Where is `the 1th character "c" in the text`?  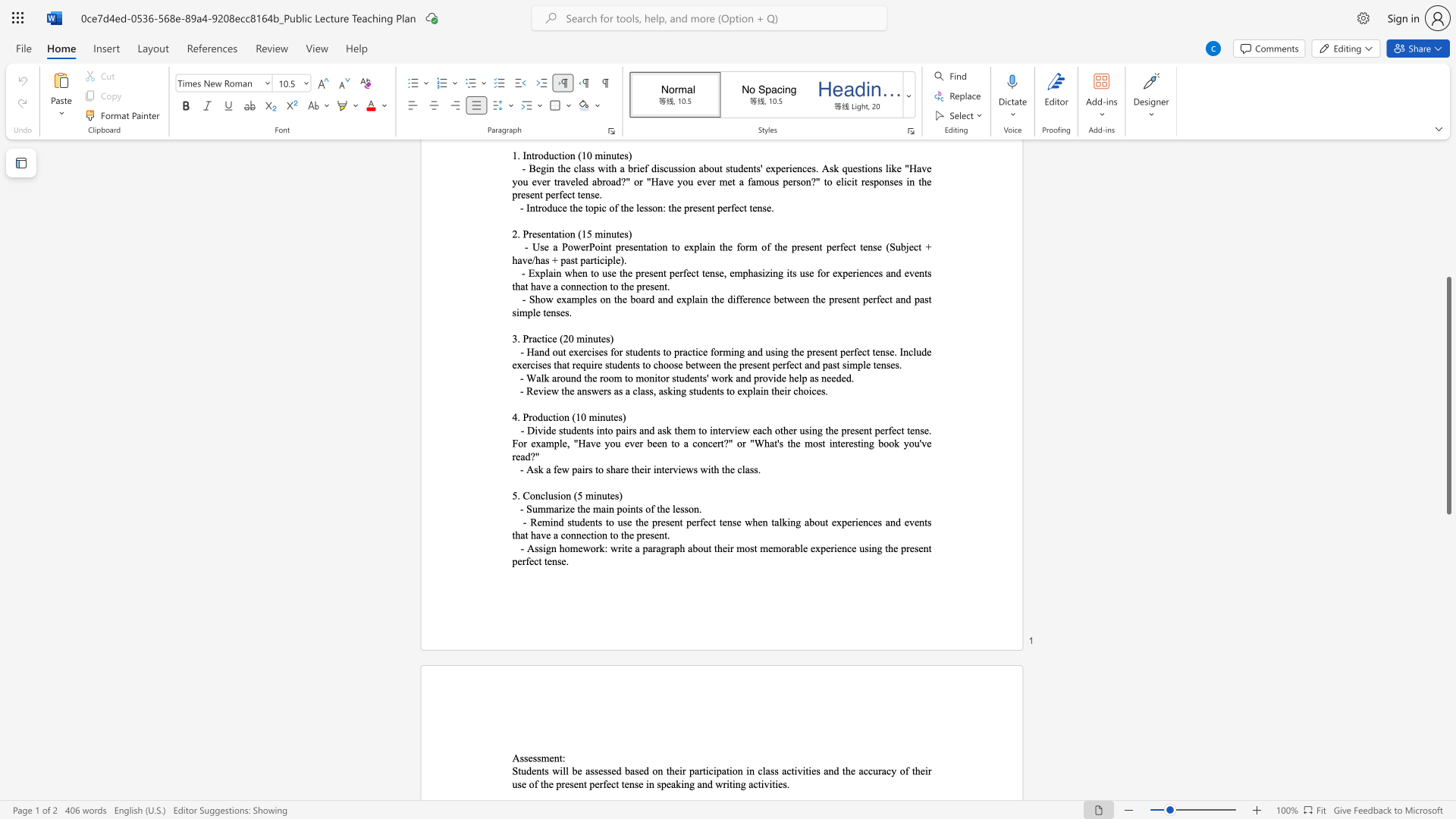
the 1th character "c" in the text is located at coordinates (849, 548).